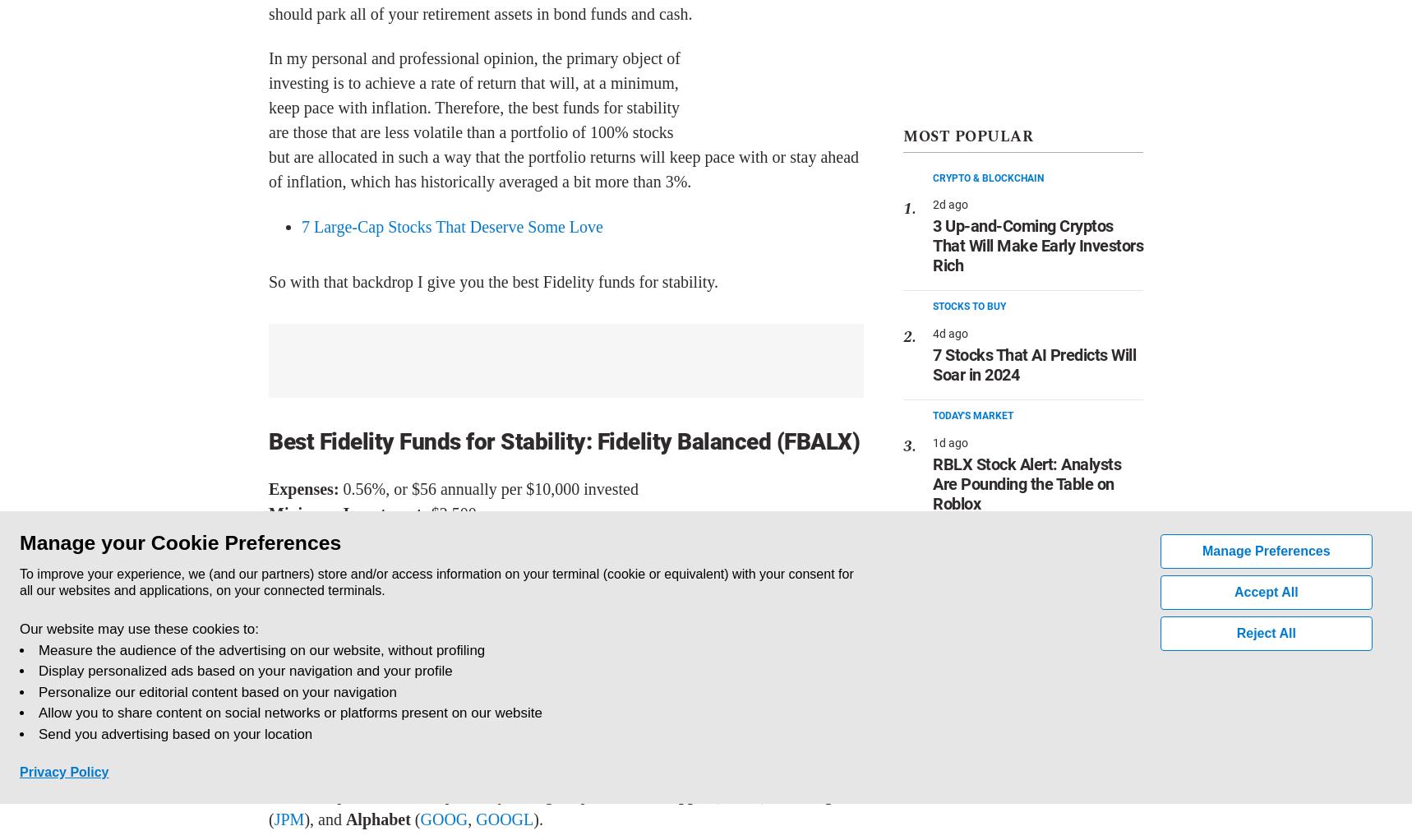  I want to click on '0.56%, or $56 annually per $10,000 invested', so click(489, 488).